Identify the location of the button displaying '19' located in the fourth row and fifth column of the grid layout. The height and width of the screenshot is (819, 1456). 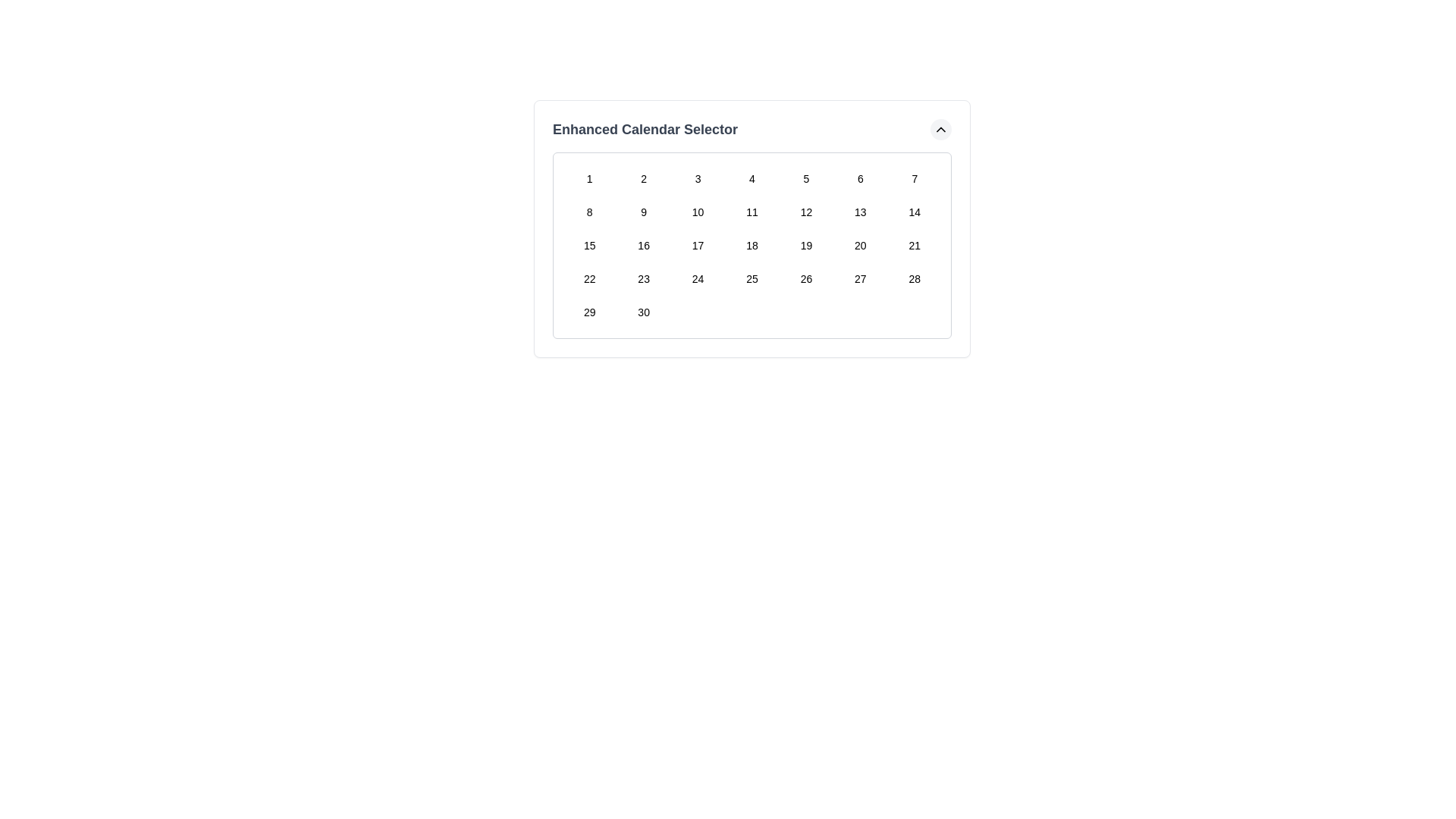
(805, 245).